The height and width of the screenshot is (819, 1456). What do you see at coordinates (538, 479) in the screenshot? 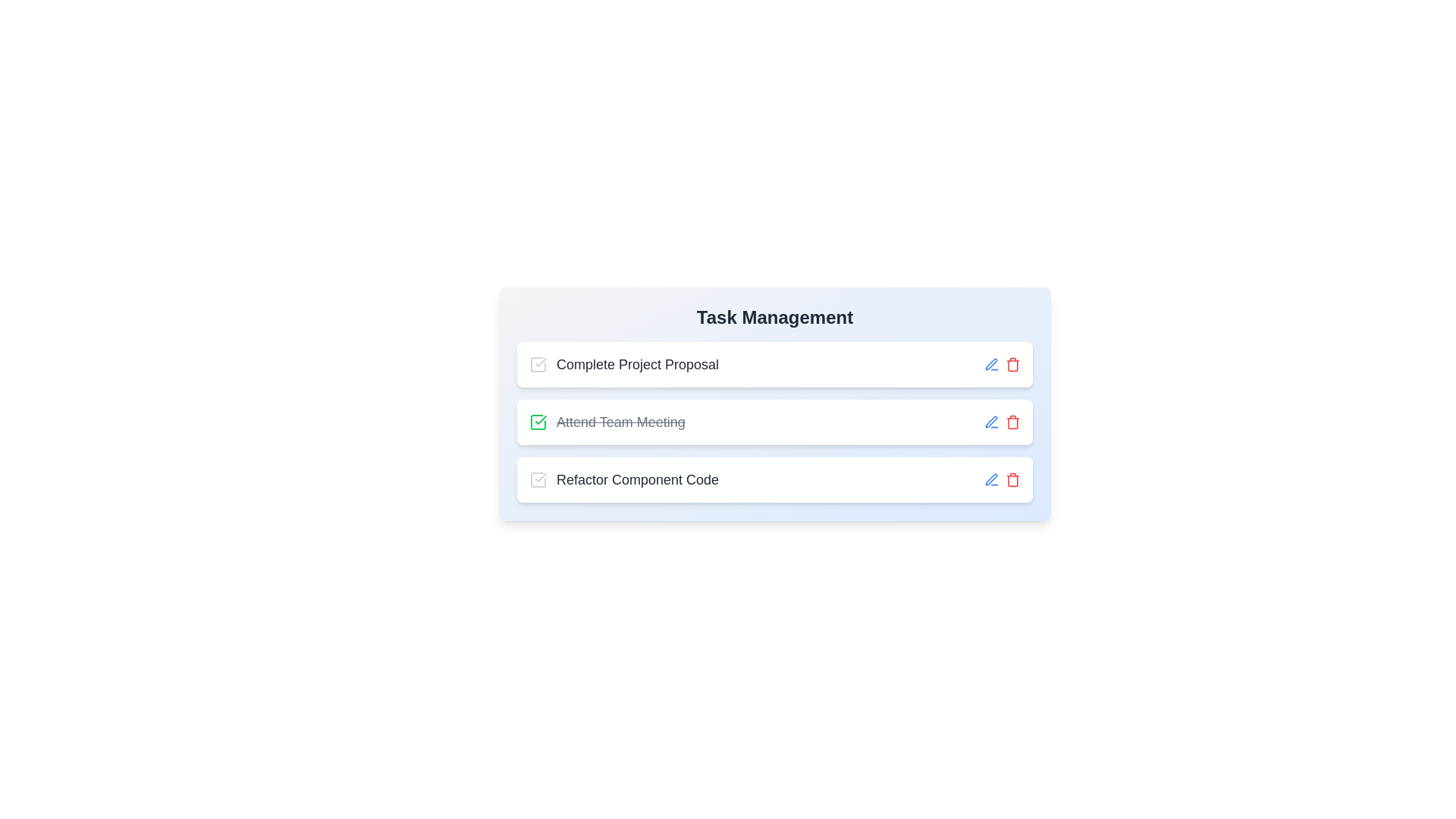
I see `the checkbox to indicate the completion status of the 'Refactor Component Code' task, which is the third item in a vertical list of tasks` at bounding box center [538, 479].